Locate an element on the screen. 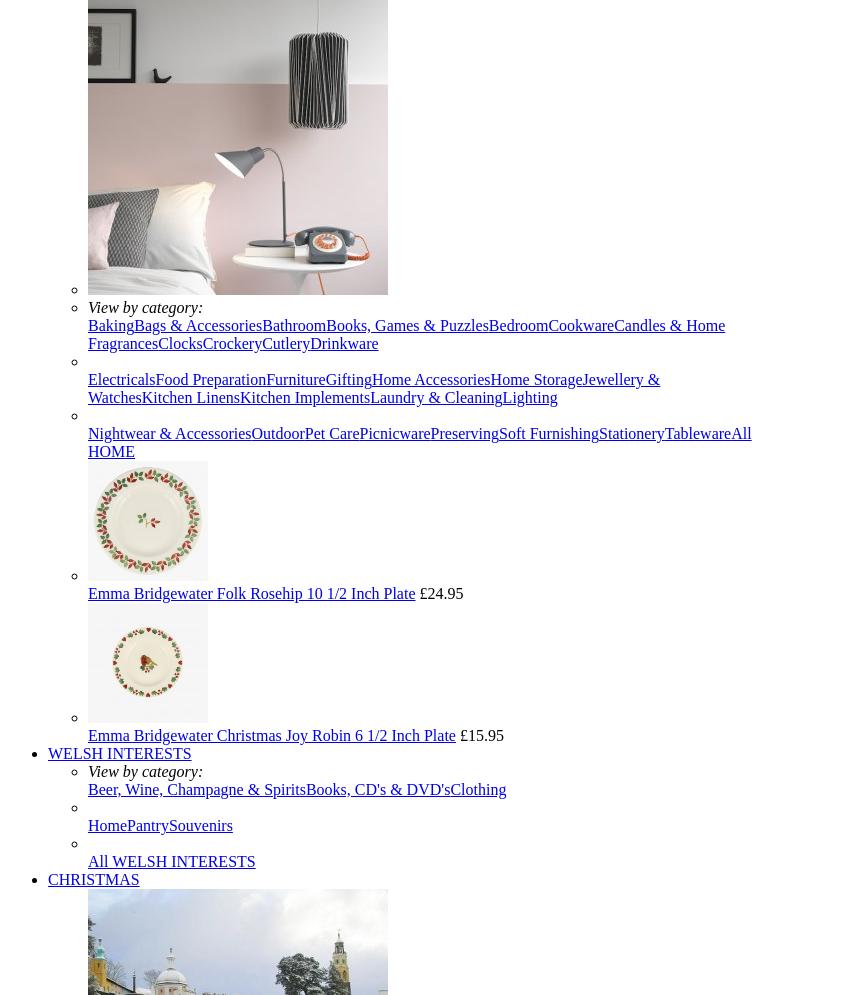 Image resolution: width=856 pixels, height=995 pixels. 'Tableware' is located at coordinates (696, 432).